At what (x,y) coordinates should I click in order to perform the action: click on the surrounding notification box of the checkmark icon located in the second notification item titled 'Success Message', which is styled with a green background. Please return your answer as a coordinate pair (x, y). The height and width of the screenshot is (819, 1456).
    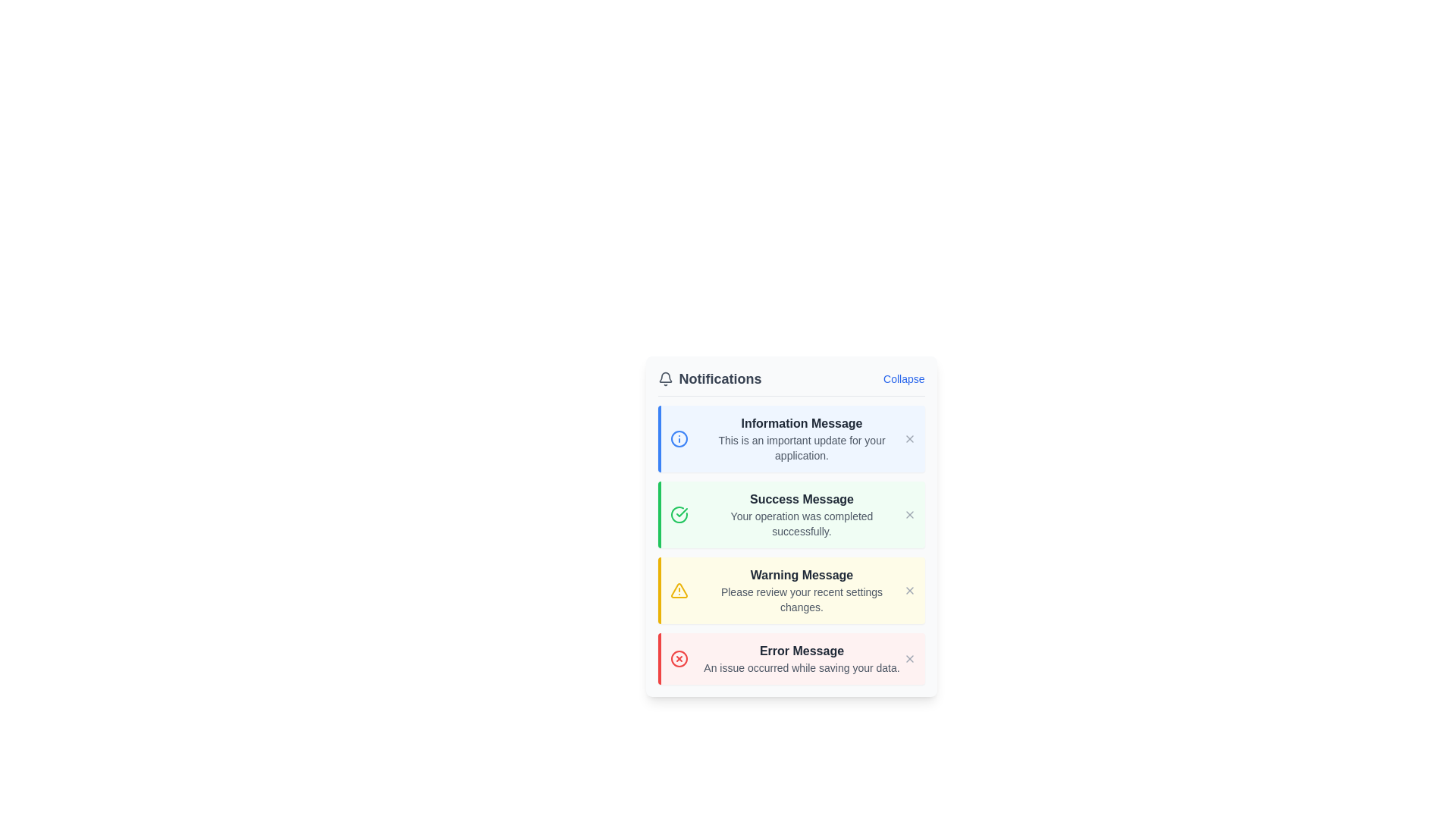
    Looking at the image, I should click on (678, 513).